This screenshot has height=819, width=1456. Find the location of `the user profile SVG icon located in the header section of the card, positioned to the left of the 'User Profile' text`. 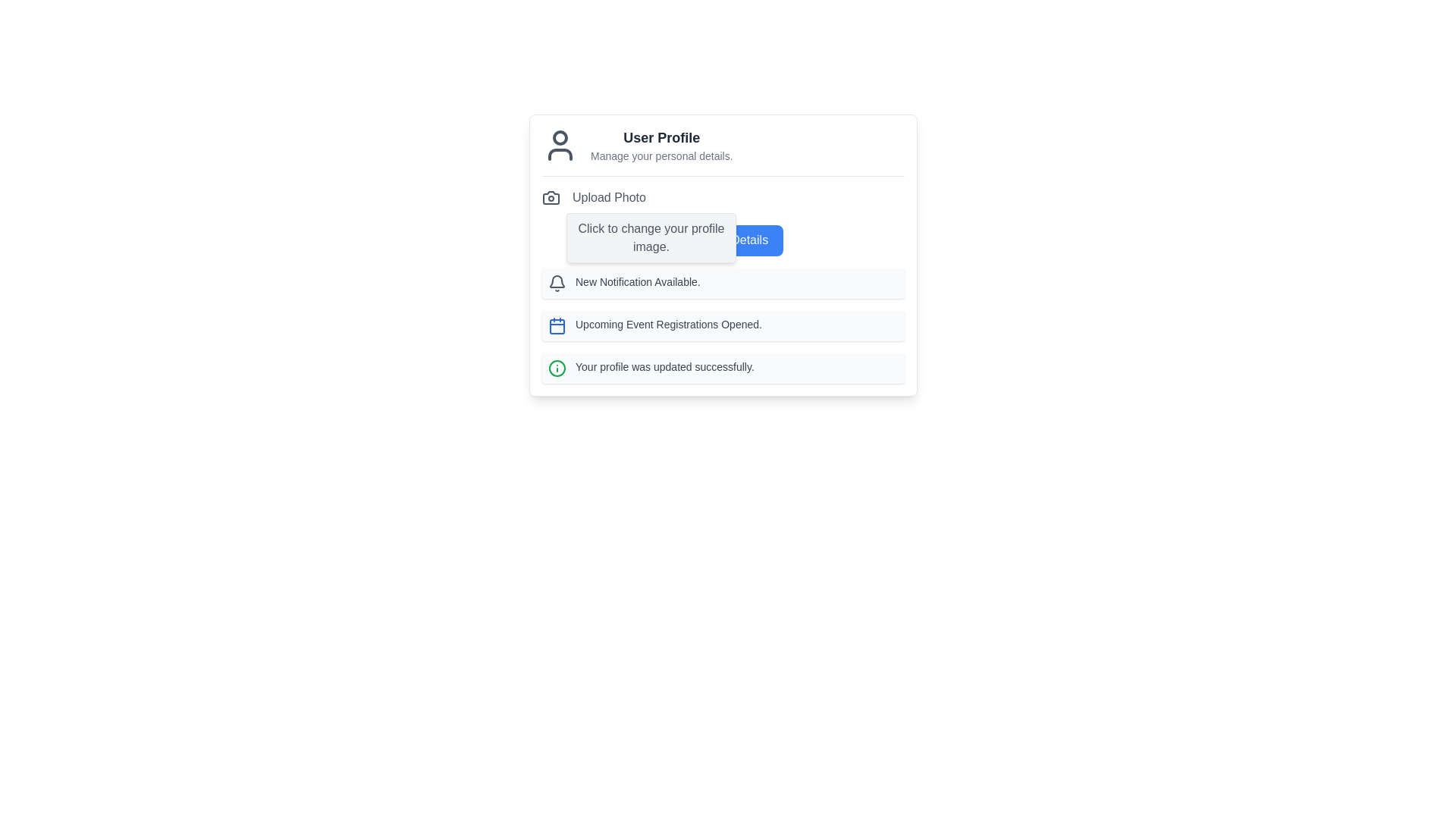

the user profile SVG icon located in the header section of the card, positioned to the left of the 'User Profile' text is located at coordinates (560, 146).